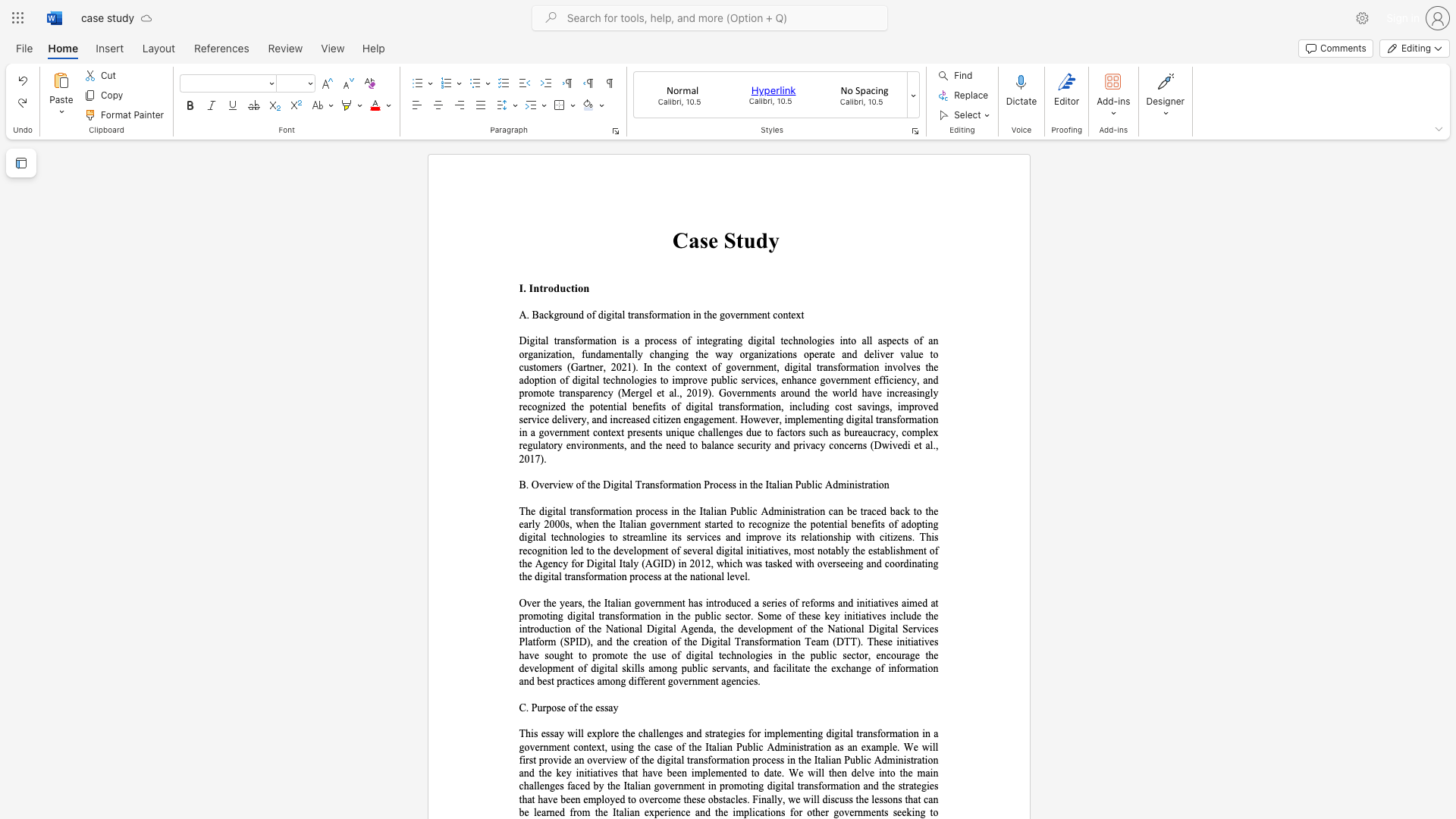 Image resolution: width=1456 pixels, height=819 pixels. Describe the element at coordinates (629, 551) in the screenshot. I see `the subset text "elopment of several digital initiatives" within the text "The digital transformation process in the Italian Public Administration can be traced back to the early 2000s, when the Italian government started to recognize the potential benefits of adopting digital technologies to streamline its services and improve its relationship with citizens. This recognition led to the development of several digital initiatives, most notably the establishment of the Agency for Digital Italy (AGID) in 2012, which was tasked with overseeing and coordinating the digital transformati"` at that location.